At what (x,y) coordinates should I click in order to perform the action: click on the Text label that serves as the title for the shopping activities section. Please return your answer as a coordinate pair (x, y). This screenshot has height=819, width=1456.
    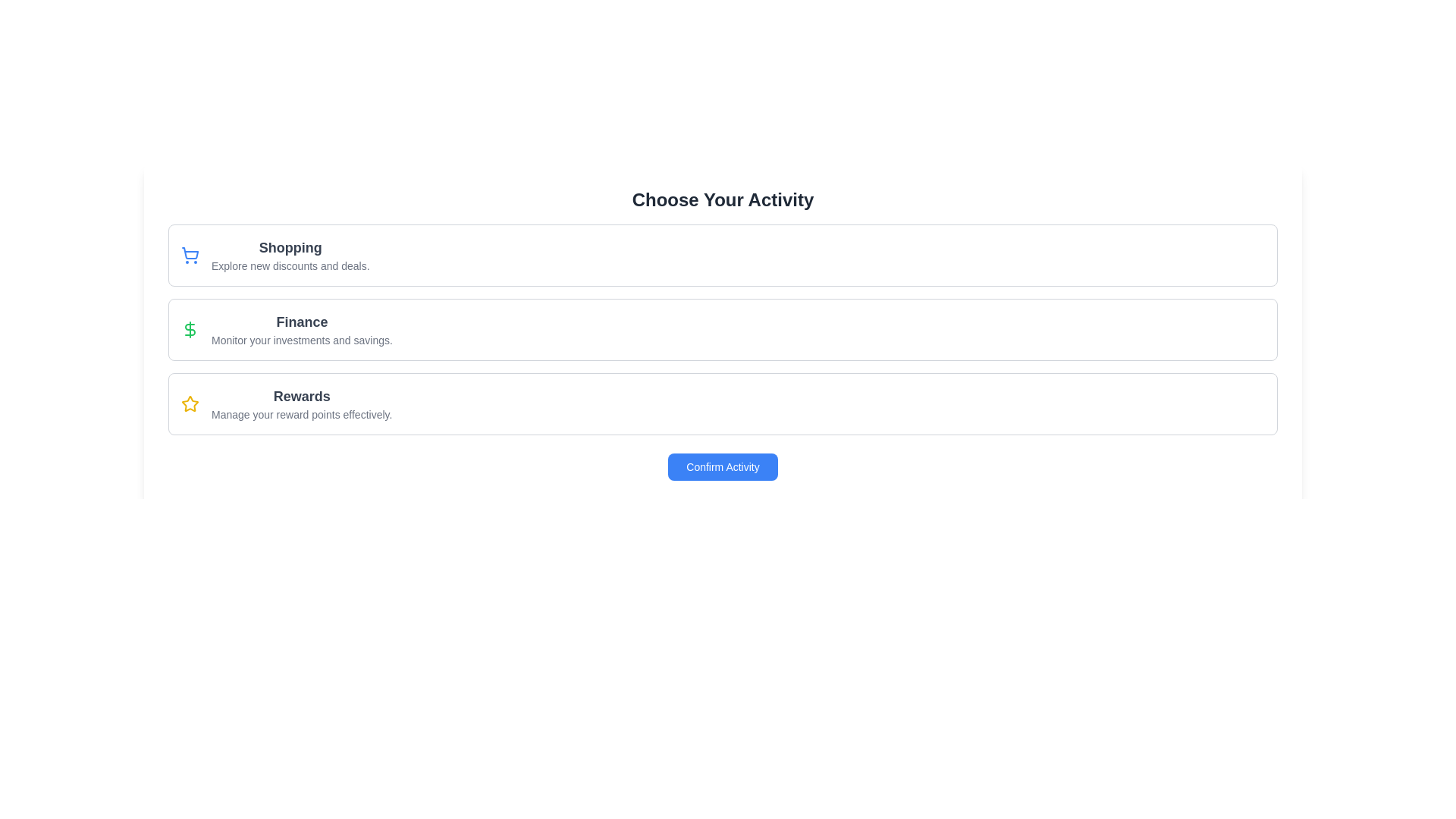
    Looking at the image, I should click on (290, 247).